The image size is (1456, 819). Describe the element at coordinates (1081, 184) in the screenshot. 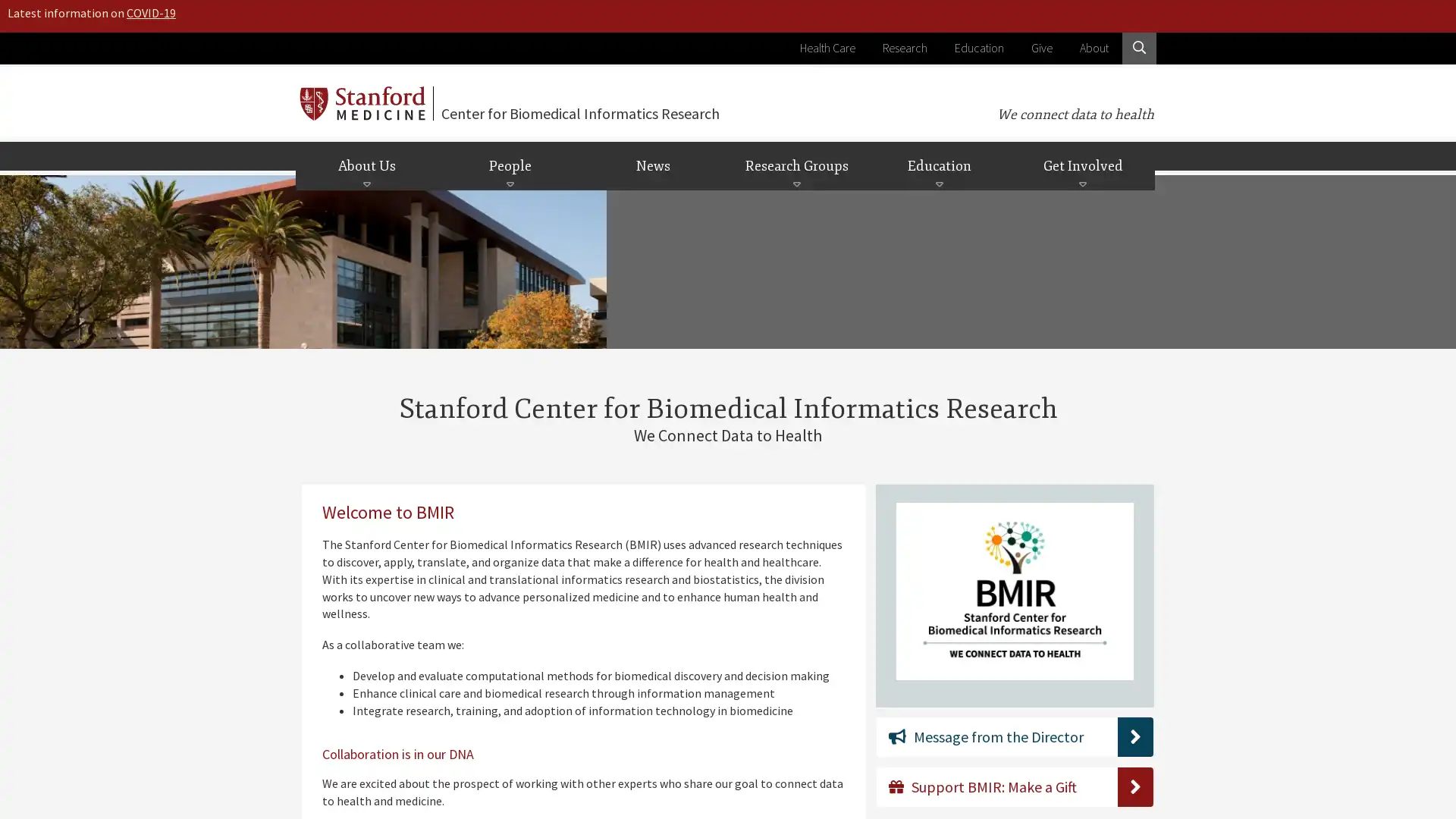

I see `open` at that location.